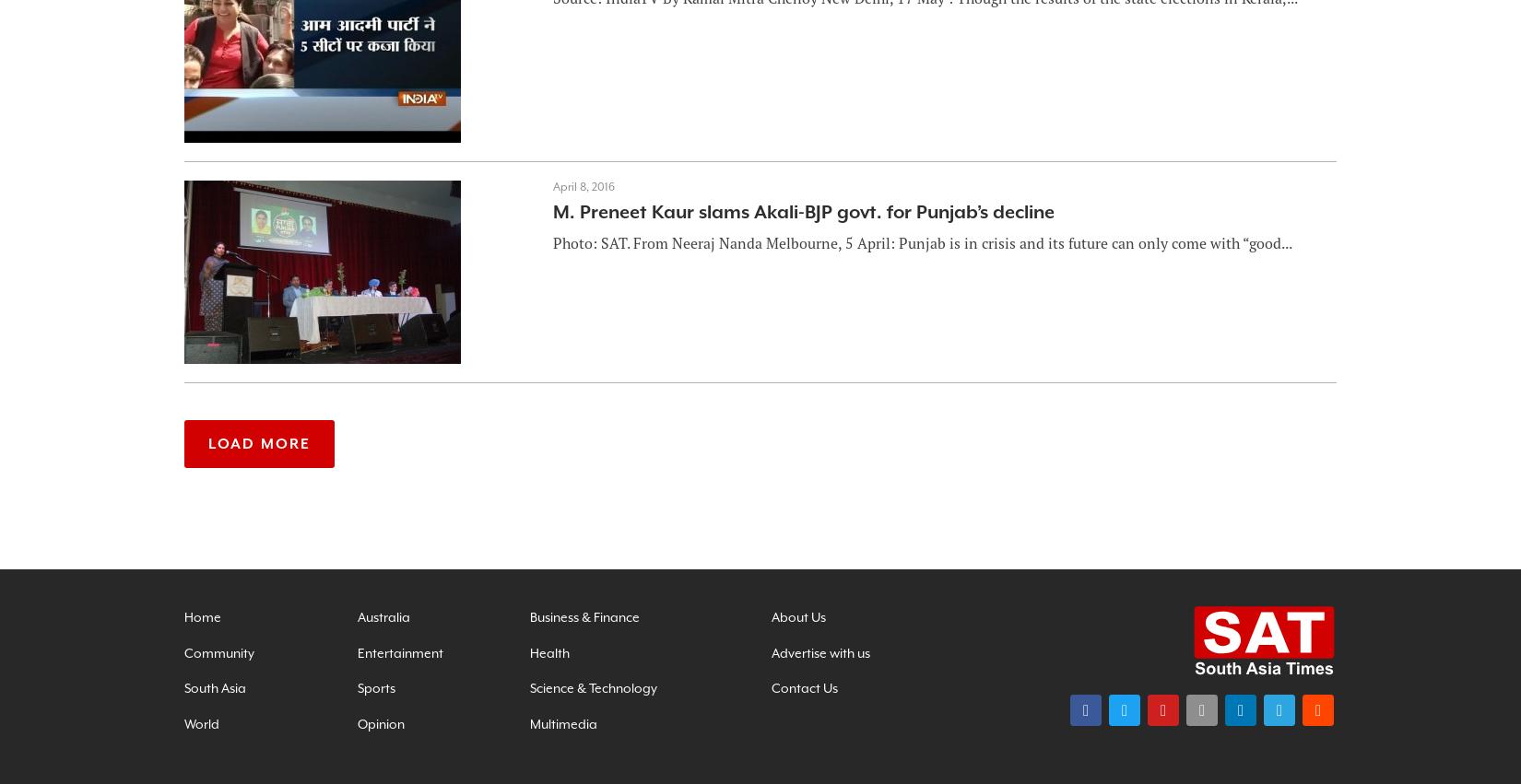  Describe the element at coordinates (803, 212) in the screenshot. I see `'M. Preneet Kaur slams Akali-BJP govt. for Punjab’s decline'` at that location.